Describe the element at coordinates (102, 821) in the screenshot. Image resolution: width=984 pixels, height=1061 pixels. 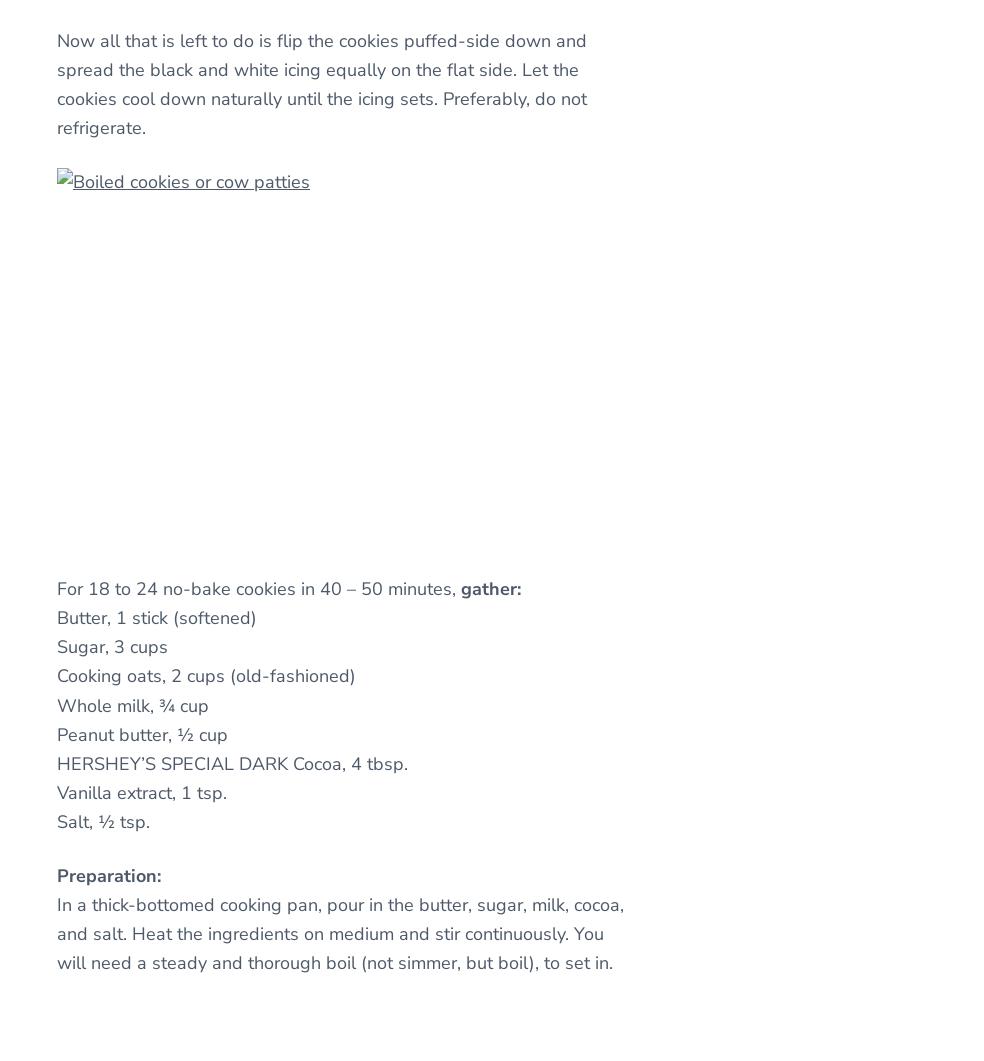
I see `'Salt, ½ tsp.'` at that location.